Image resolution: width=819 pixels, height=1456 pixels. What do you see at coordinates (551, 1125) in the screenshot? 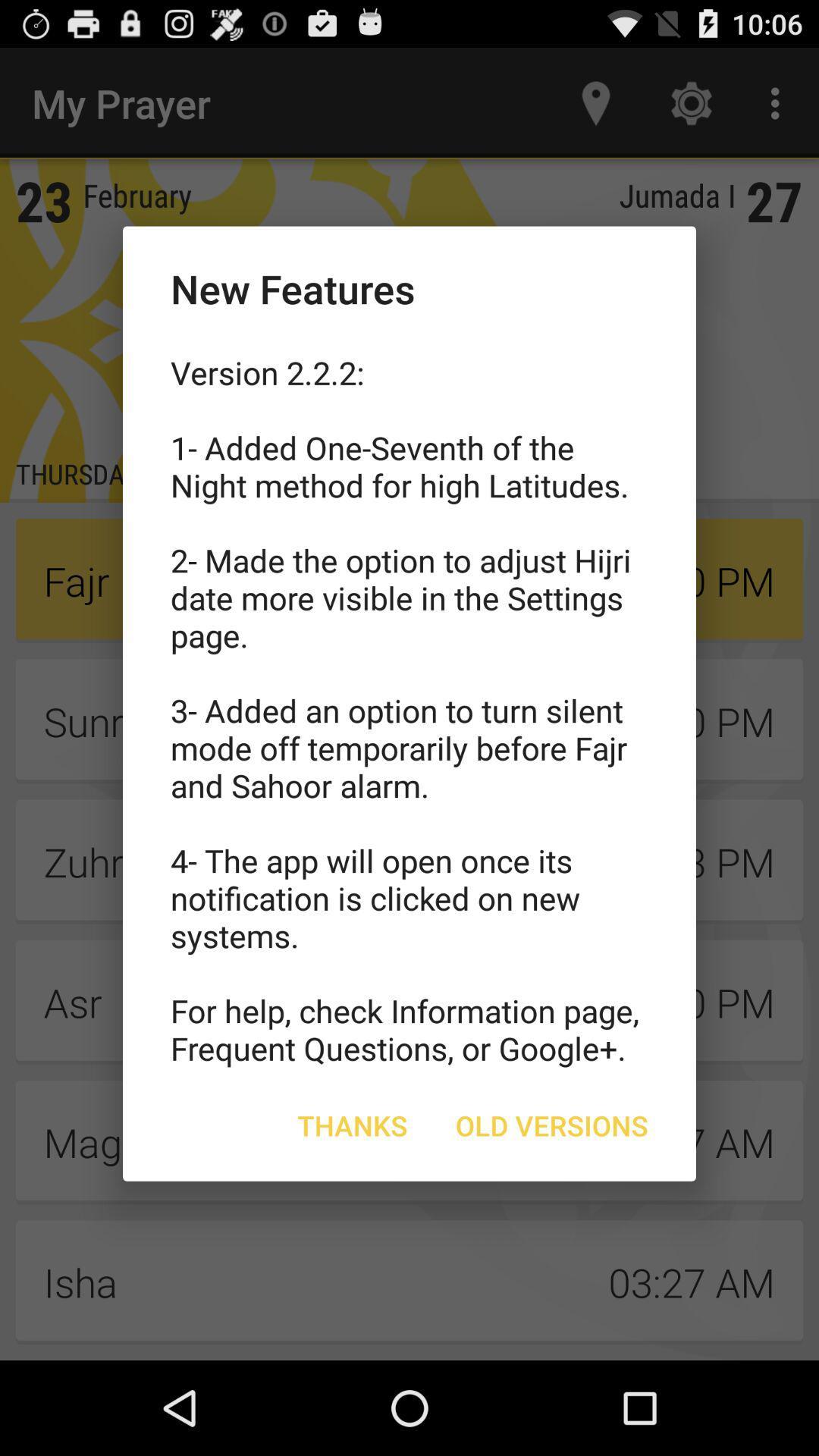
I see `the old versions icon` at bounding box center [551, 1125].